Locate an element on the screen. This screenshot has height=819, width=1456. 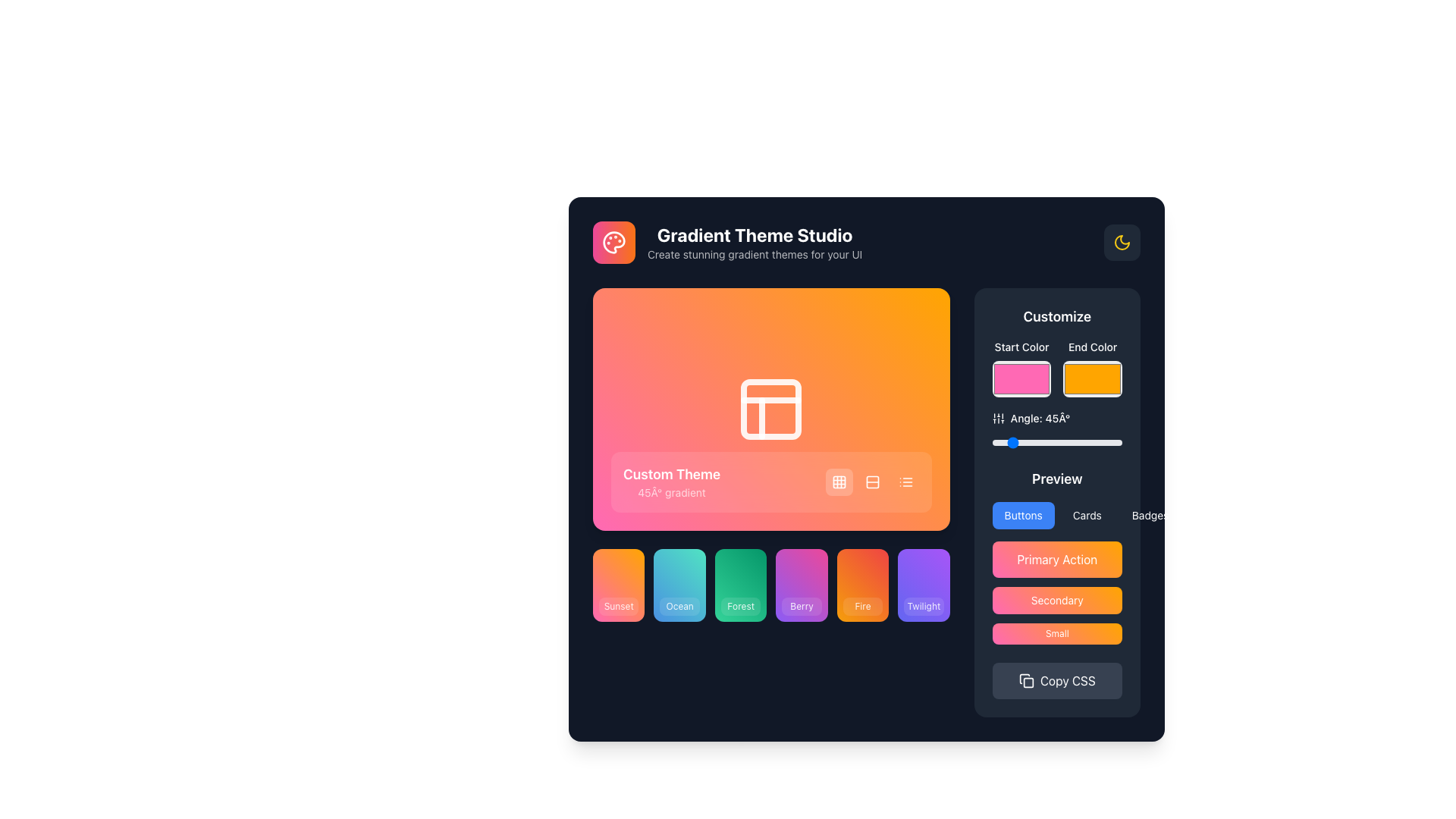
the orange color input field located below the 'End Color' label in the 'Customize' section is located at coordinates (1093, 378).